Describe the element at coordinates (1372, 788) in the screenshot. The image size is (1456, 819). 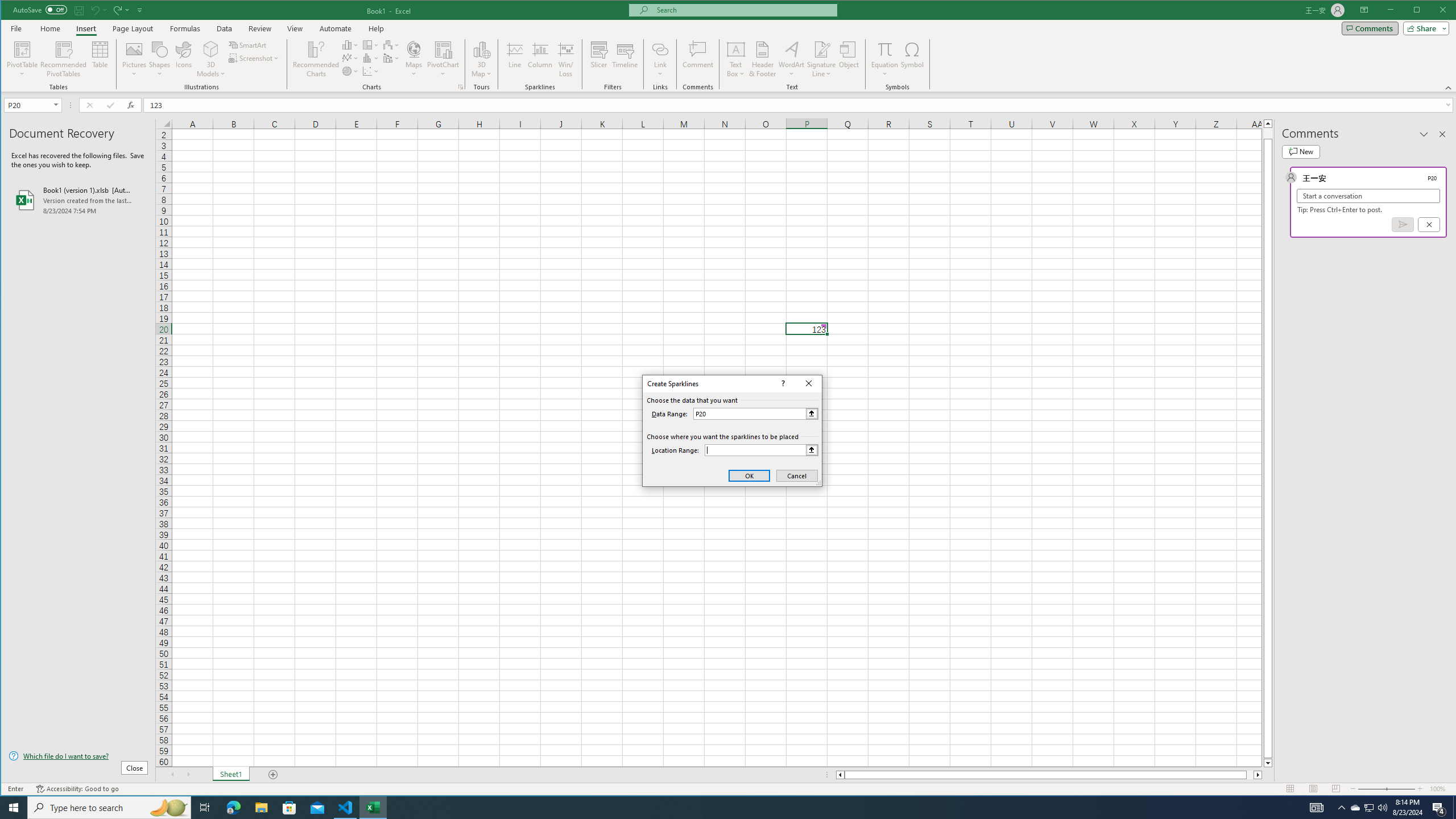
I see `'Zoom Out'` at that location.